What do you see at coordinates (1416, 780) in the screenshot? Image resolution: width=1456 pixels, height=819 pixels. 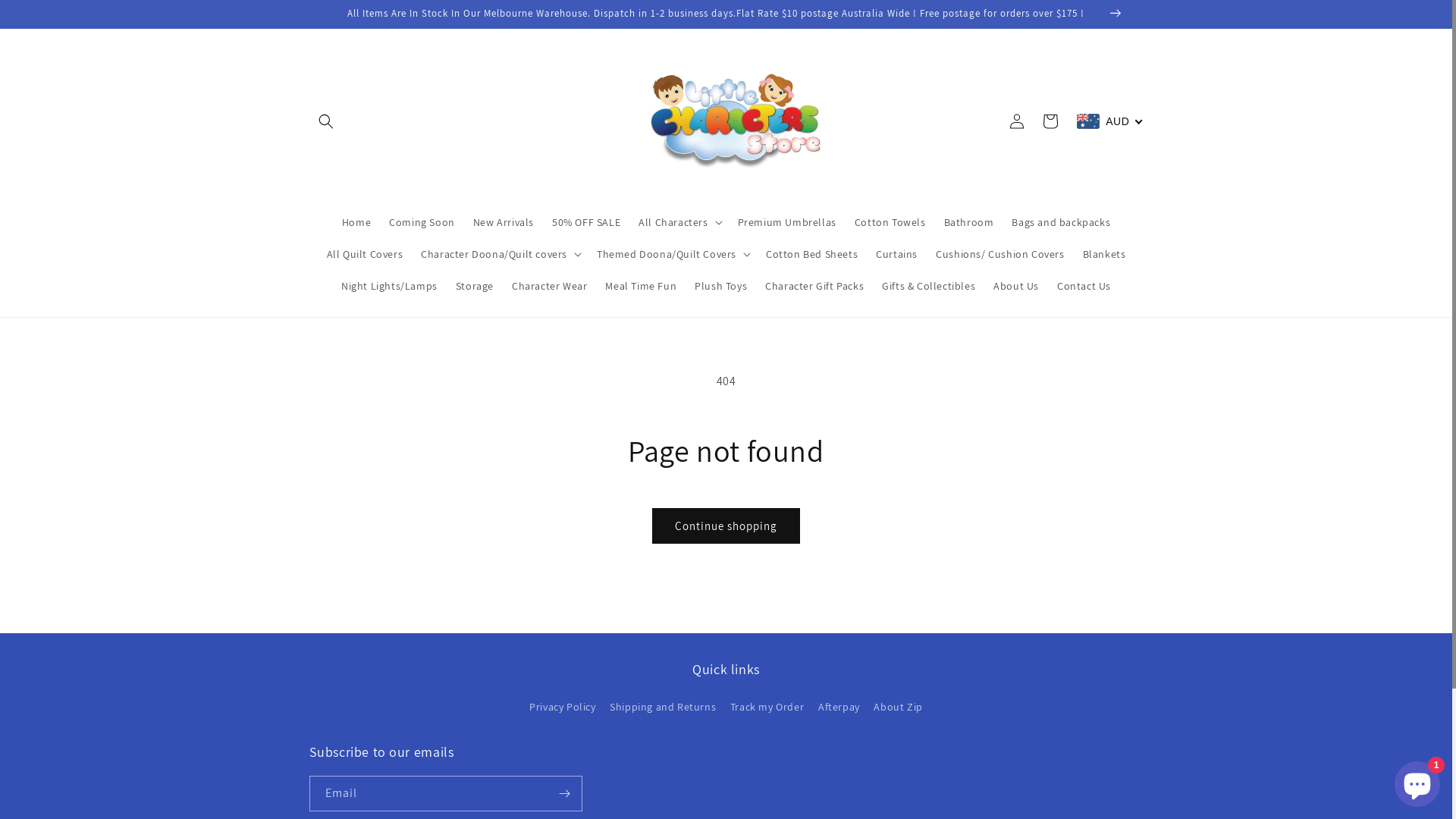 I see `'Shopify online store chat'` at bounding box center [1416, 780].